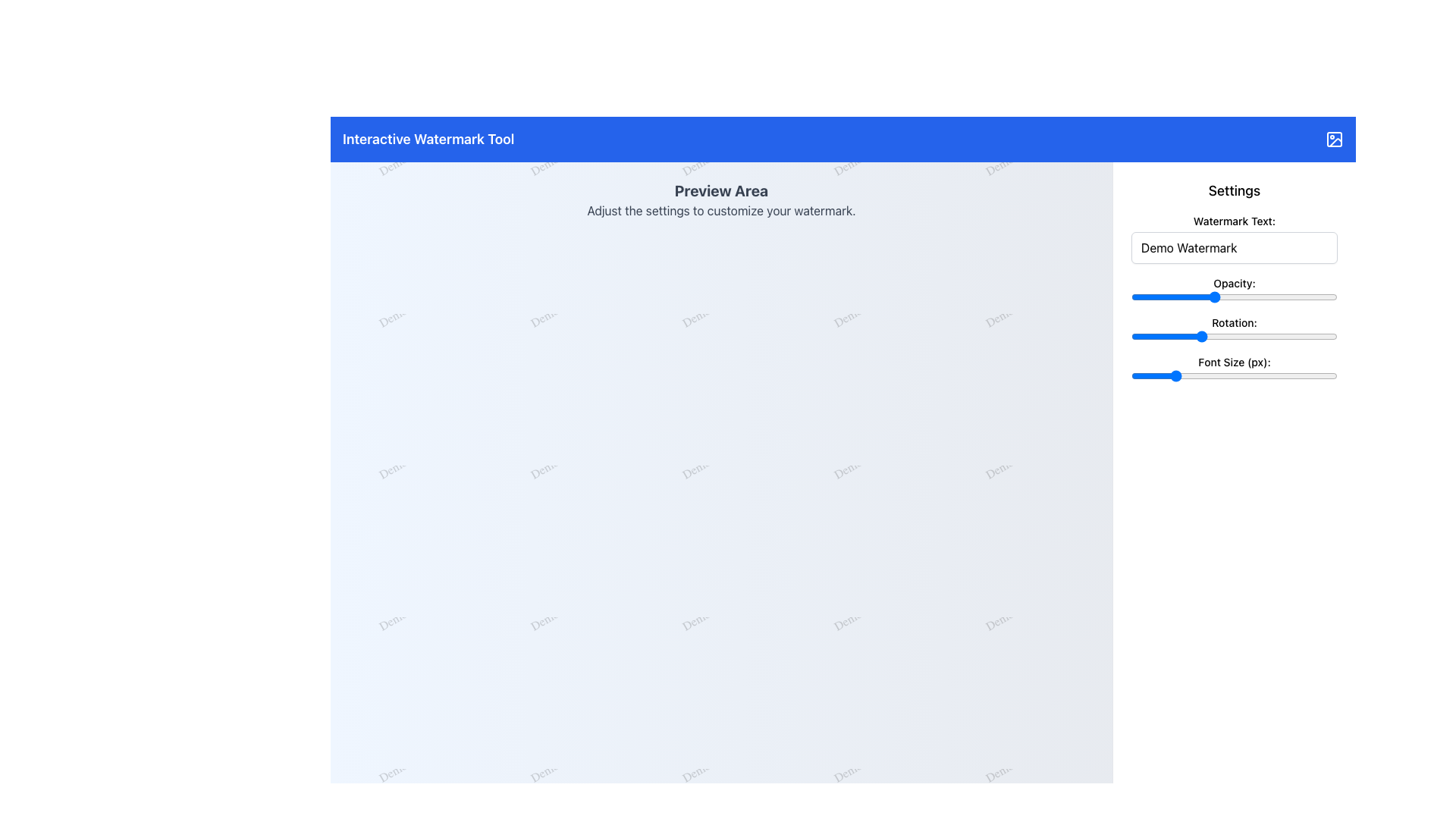 The width and height of the screenshot is (1456, 819). I want to click on font size, so click(1241, 375).